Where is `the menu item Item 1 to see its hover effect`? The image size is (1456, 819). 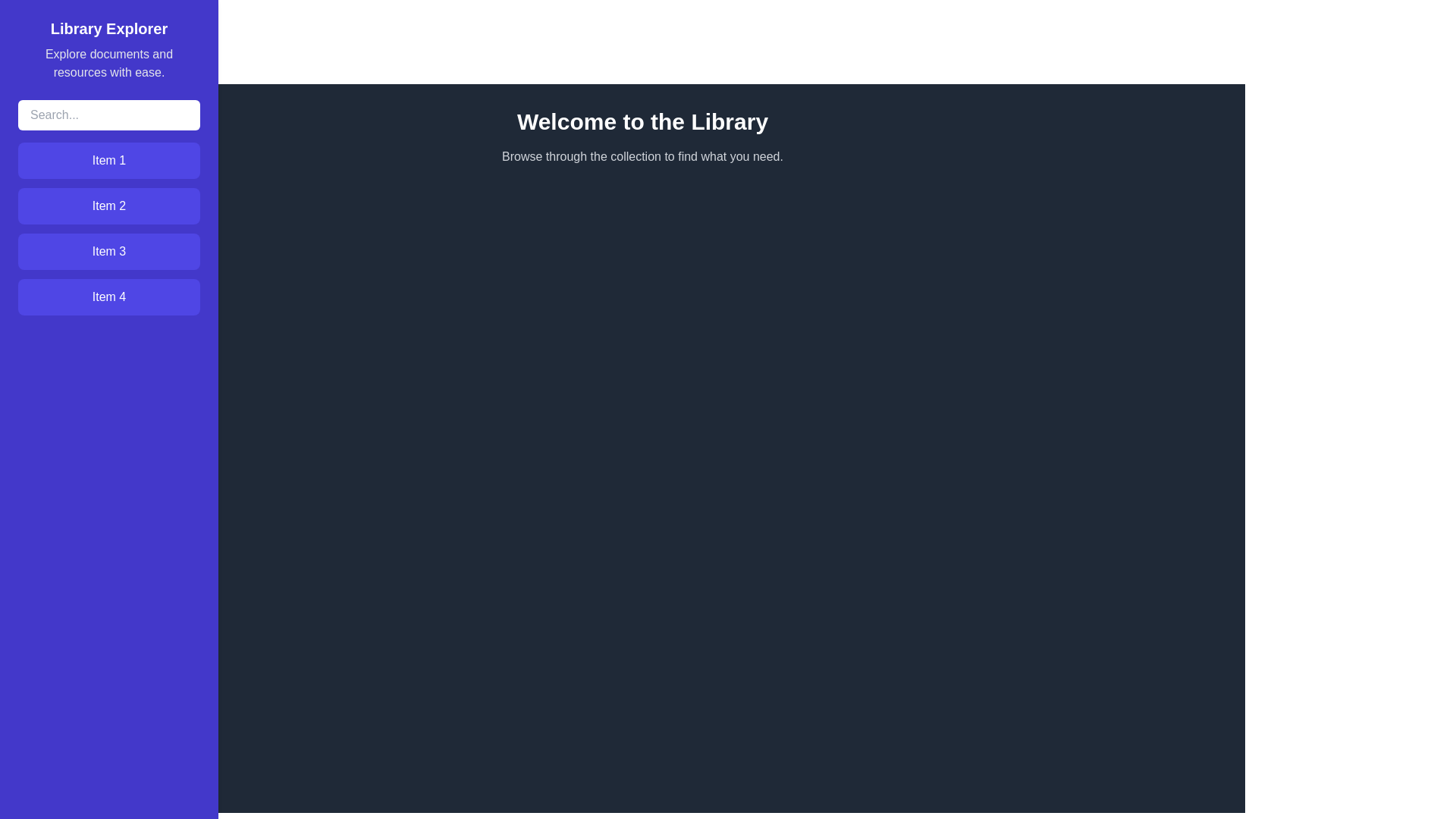
the menu item Item 1 to see its hover effect is located at coordinates (108, 161).